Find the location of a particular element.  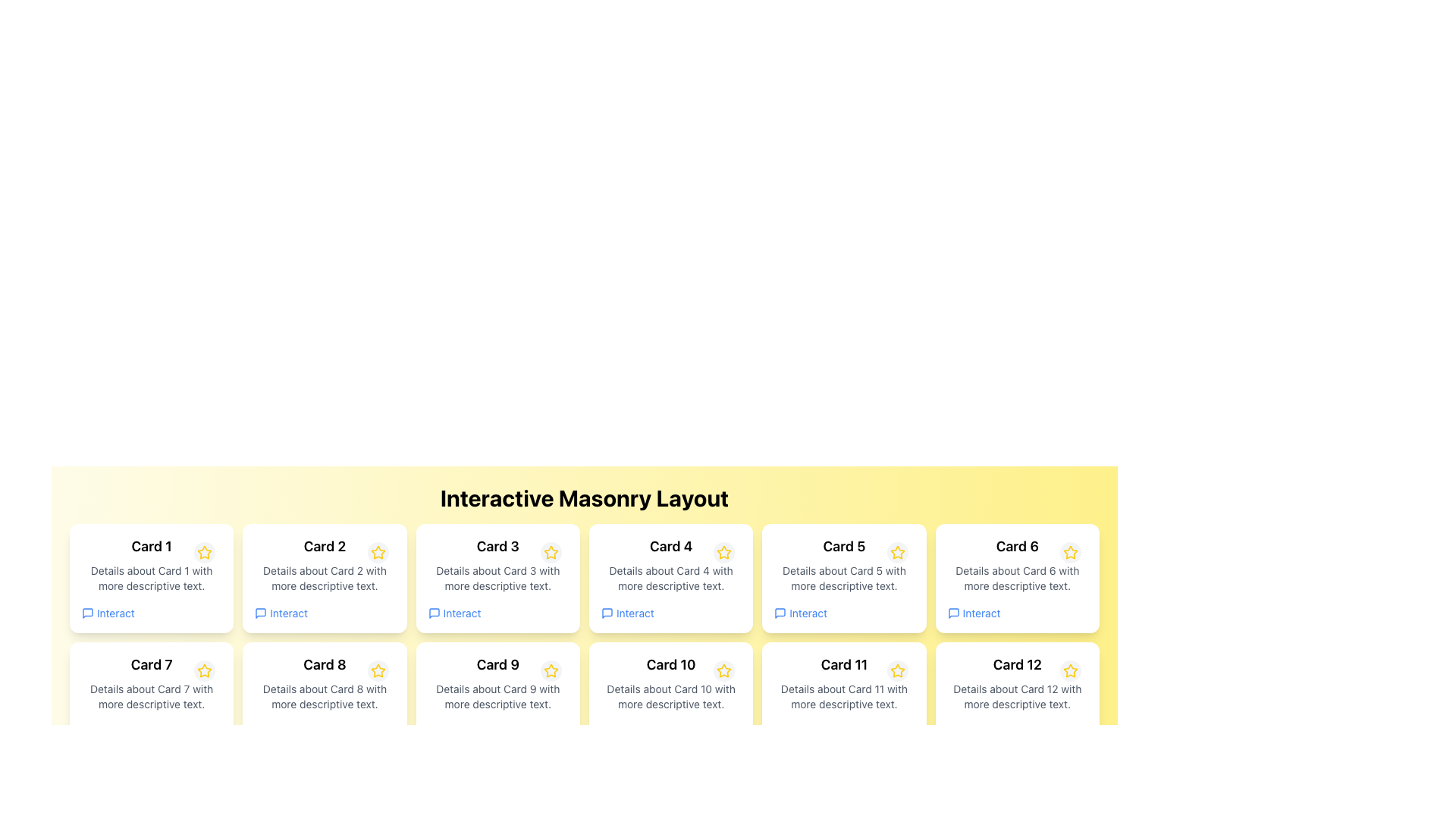

the circular button with a yellow star icon located in the top-right corner of 'Card 8' is located at coordinates (378, 670).